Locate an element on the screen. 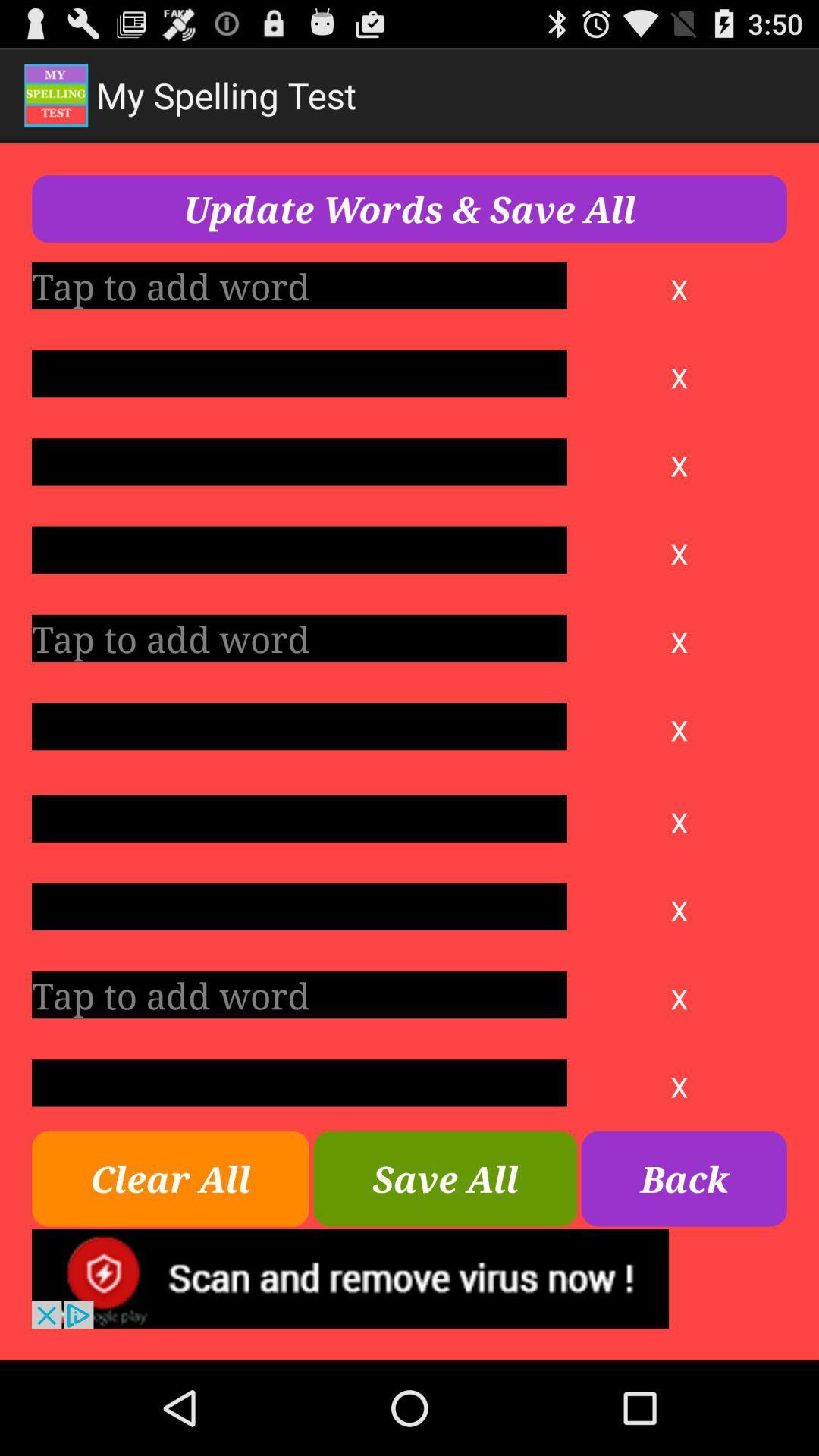 This screenshot has width=819, height=1456. a new word is located at coordinates (299, 638).